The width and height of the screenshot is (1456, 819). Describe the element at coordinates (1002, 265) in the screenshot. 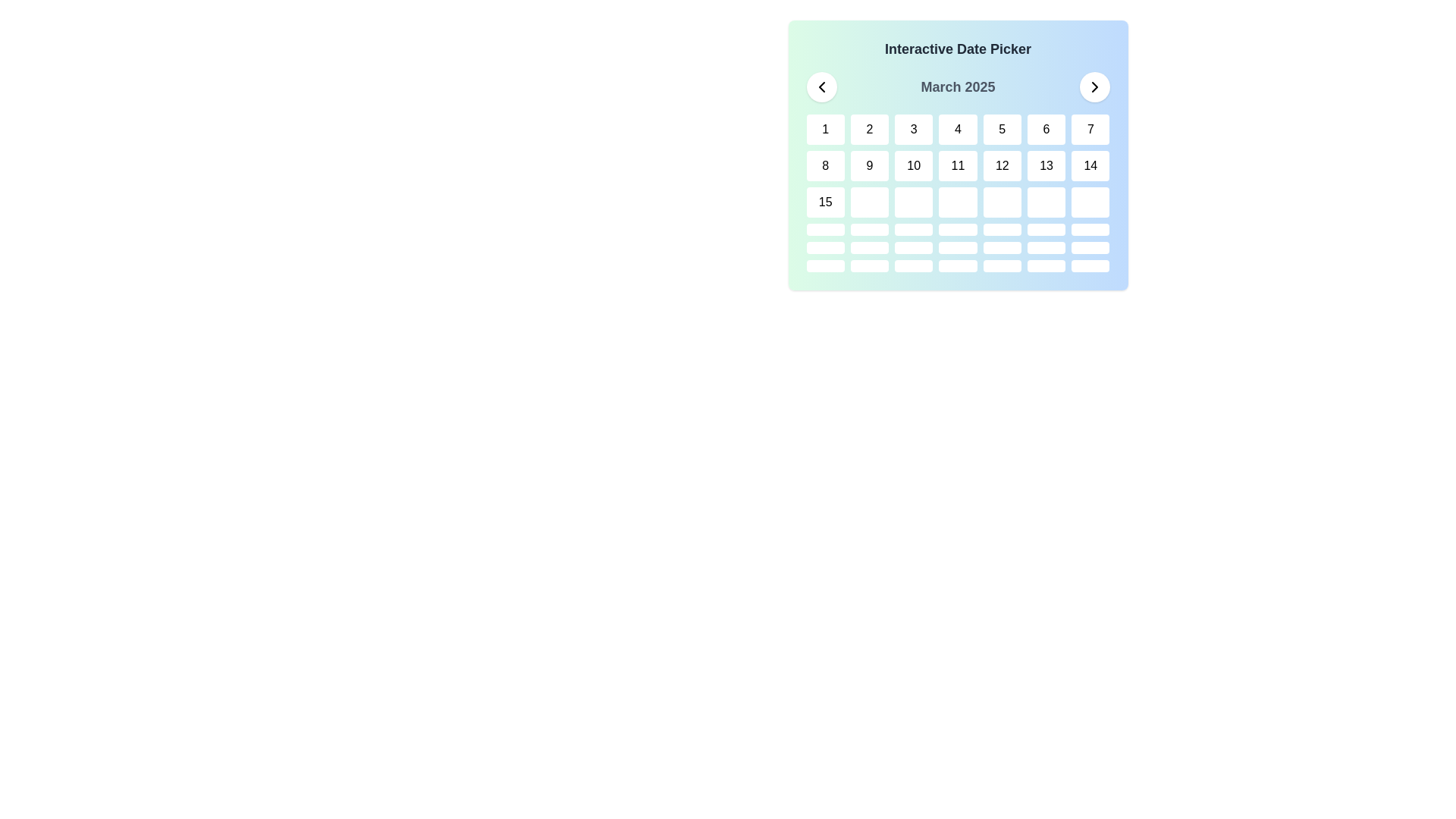

I see `the selectable date box located in the fifth column of the fifth row in the calendar interface` at that location.